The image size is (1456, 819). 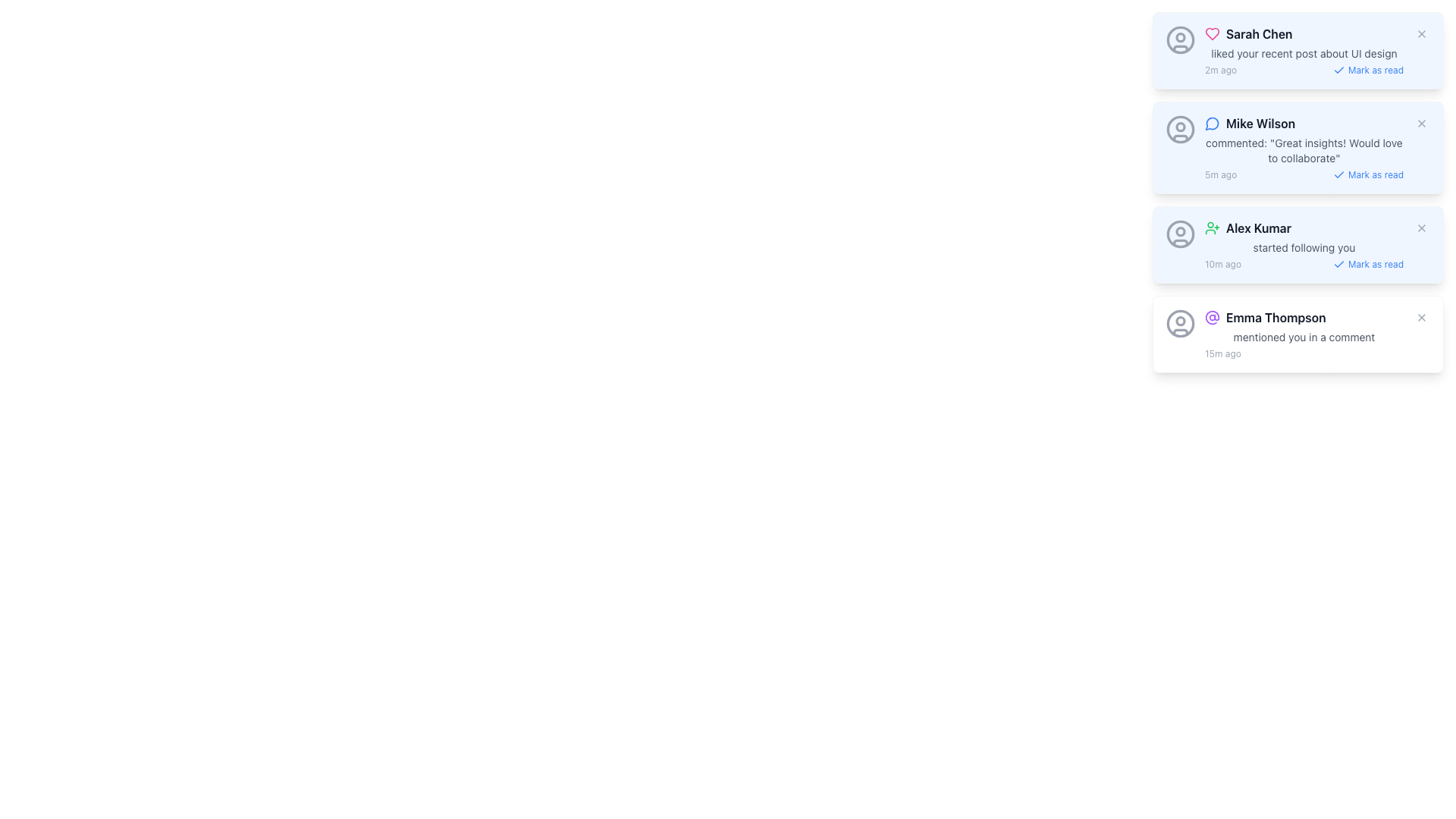 What do you see at coordinates (1303, 52) in the screenshot?
I see `the text label displaying additional details about the user's interaction with the post for 'Sarah Chen', located below the username header and above action links` at bounding box center [1303, 52].